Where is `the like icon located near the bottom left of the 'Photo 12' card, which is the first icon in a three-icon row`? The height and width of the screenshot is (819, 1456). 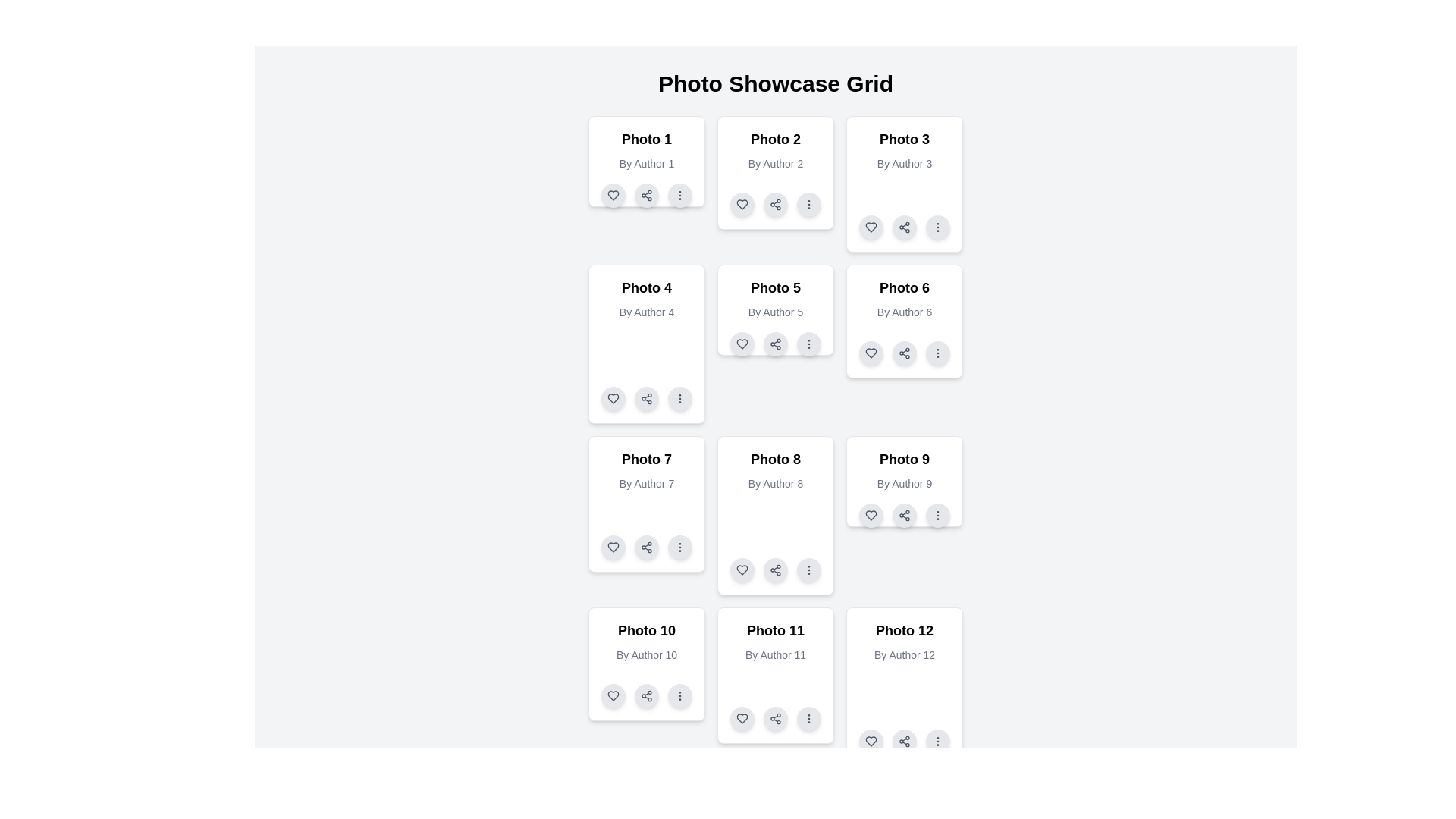
the like icon located near the bottom left of the 'Photo 12' card, which is the first icon in a three-icon row is located at coordinates (871, 741).